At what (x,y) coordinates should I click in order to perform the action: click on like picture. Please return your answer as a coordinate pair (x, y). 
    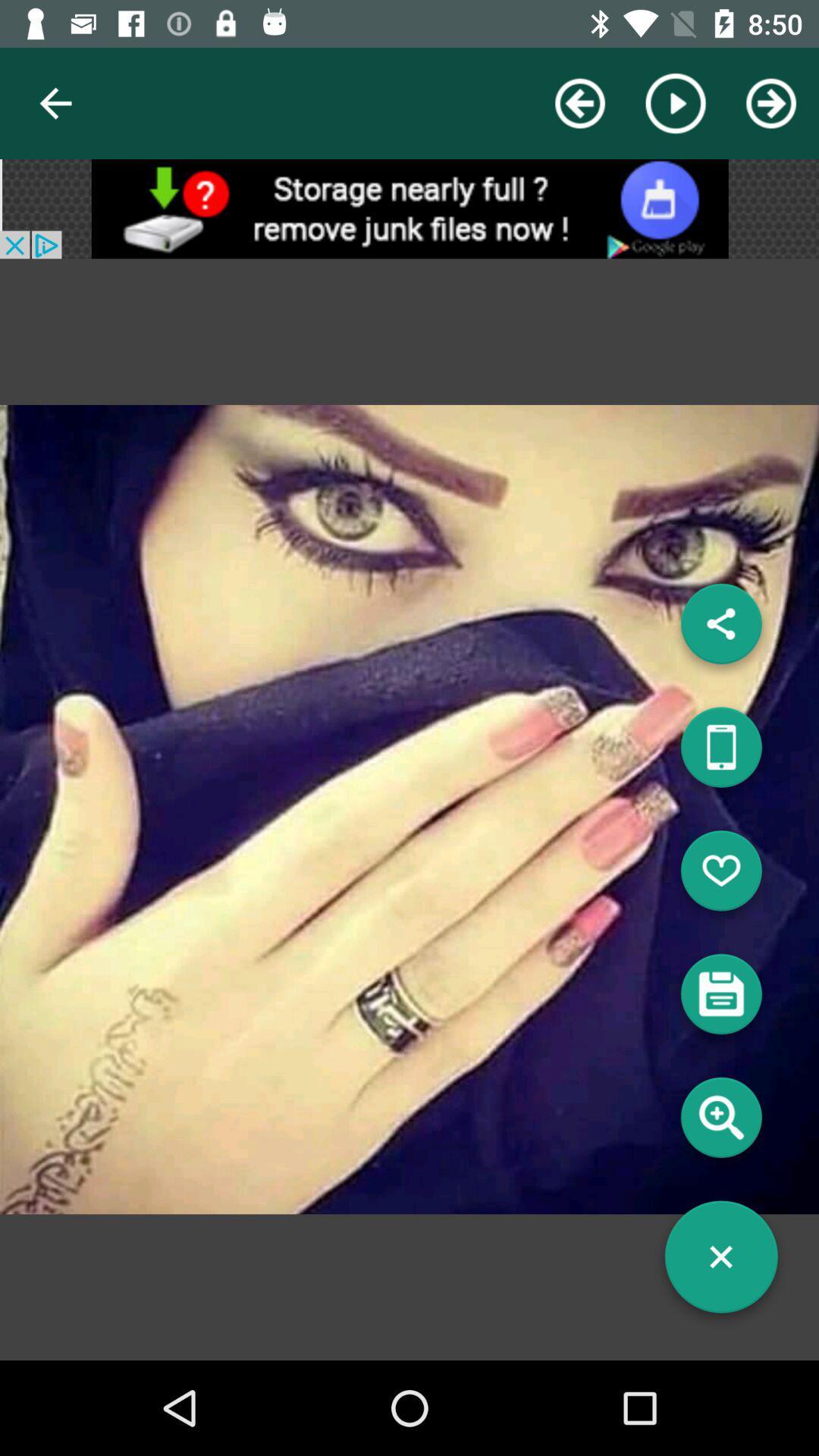
    Looking at the image, I should click on (720, 877).